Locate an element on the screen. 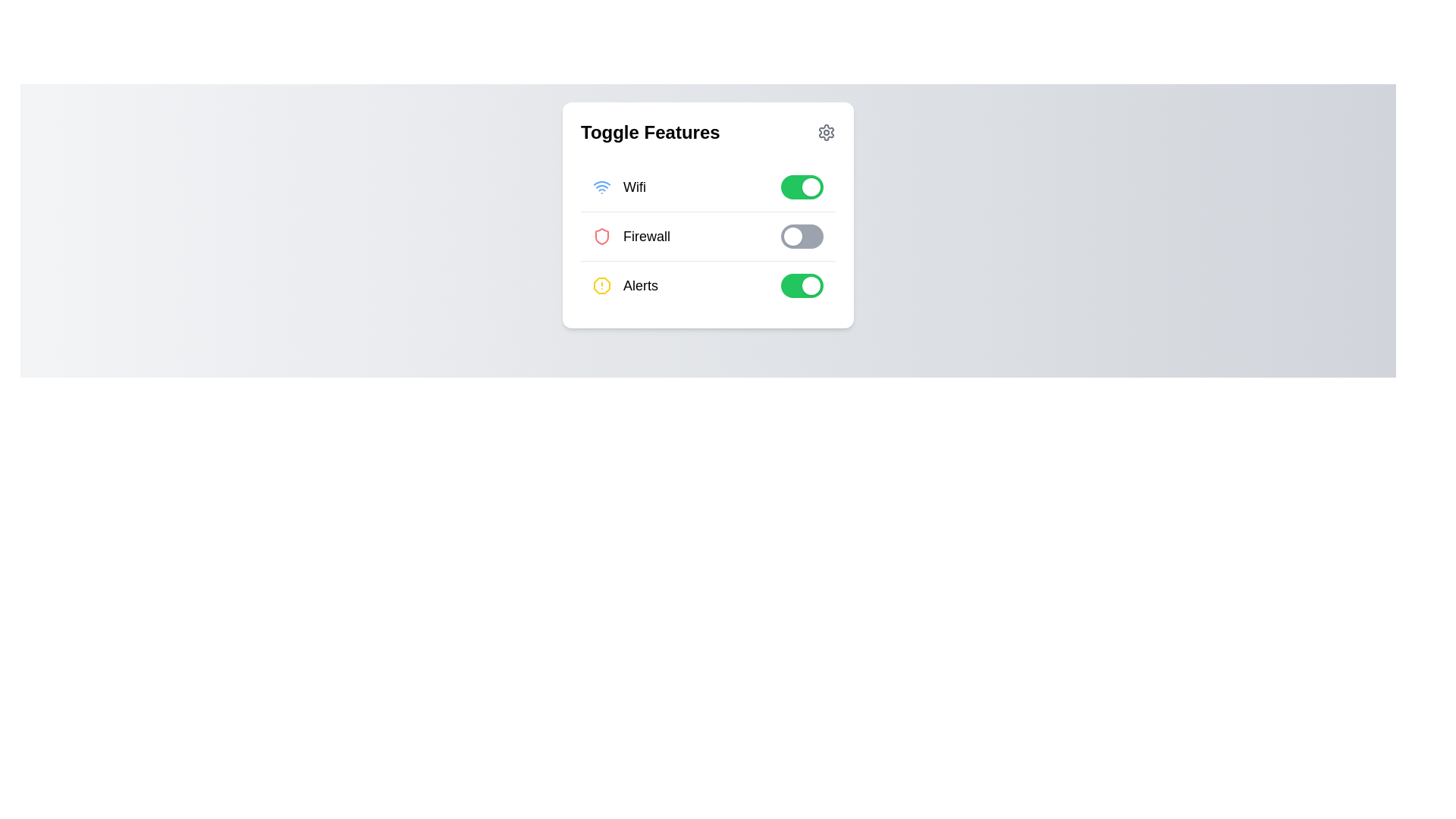 This screenshot has height=819, width=1456. the 'Alerts' text label, which is a bold, large font label part of the toggle feature interface, located between a yellow warning icon and a toggle switch is located at coordinates (640, 286).